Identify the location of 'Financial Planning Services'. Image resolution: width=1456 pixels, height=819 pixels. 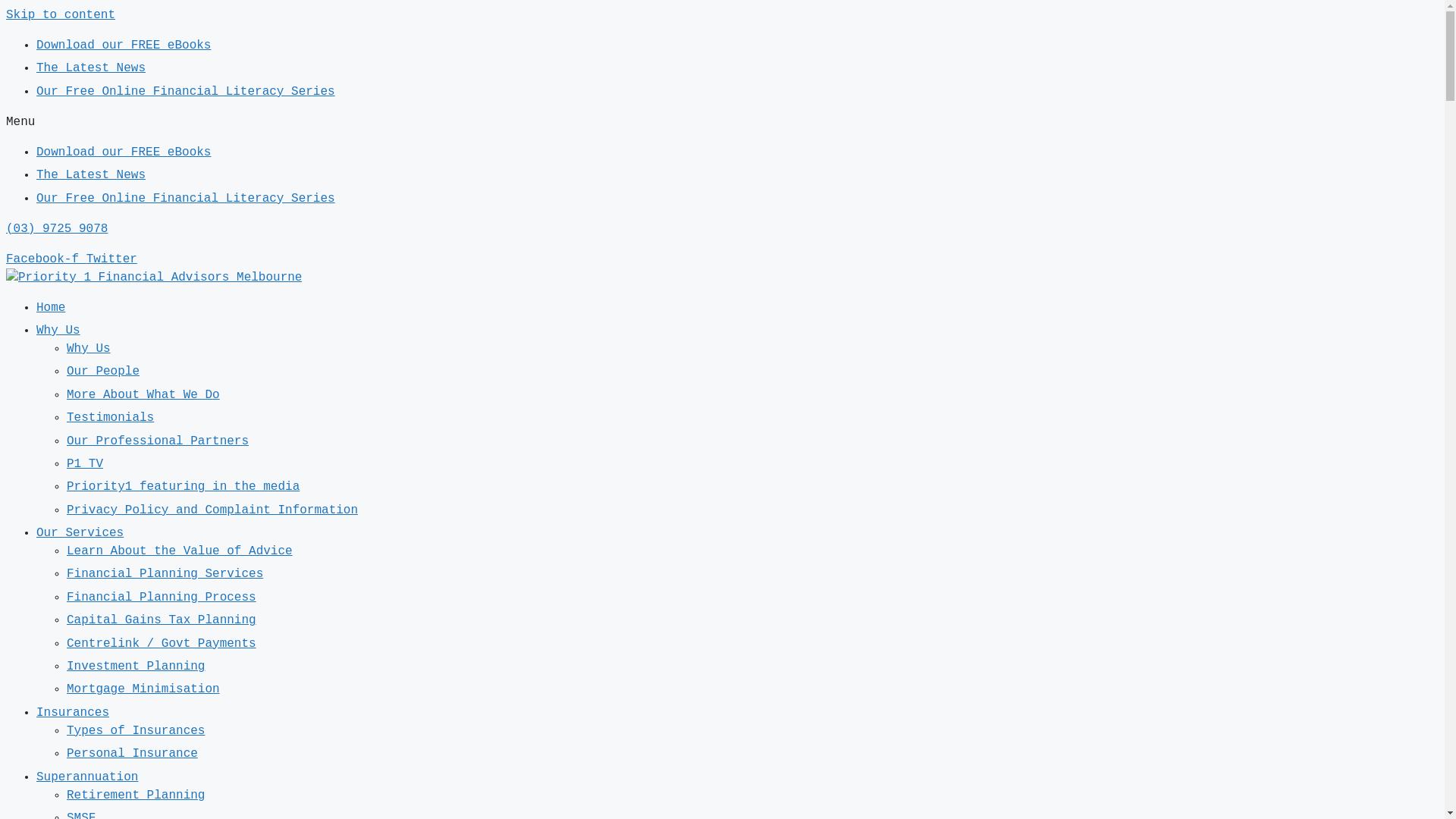
(165, 573).